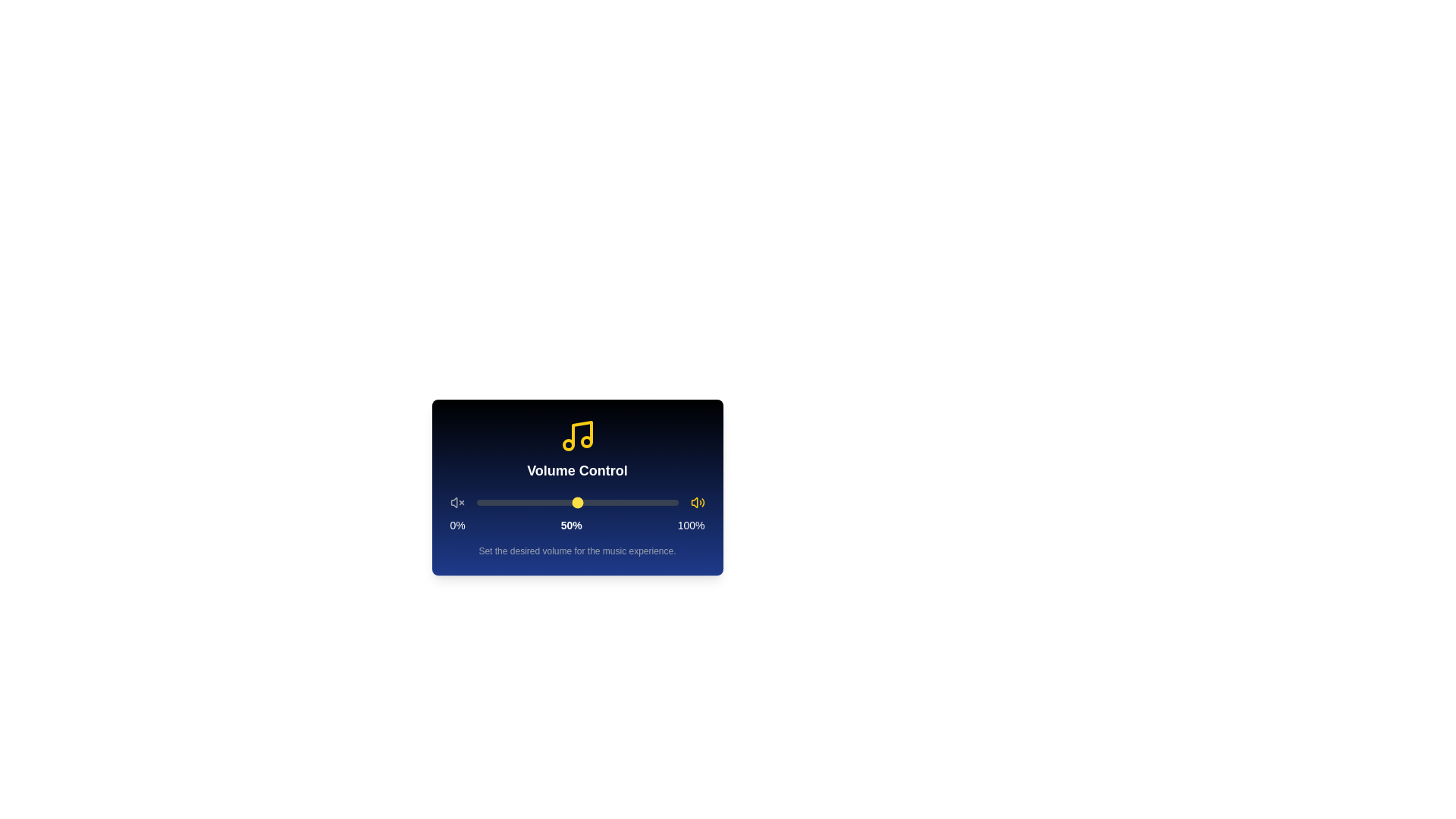  Describe the element at coordinates (622, 503) in the screenshot. I see `the volume slider to 72%` at that location.